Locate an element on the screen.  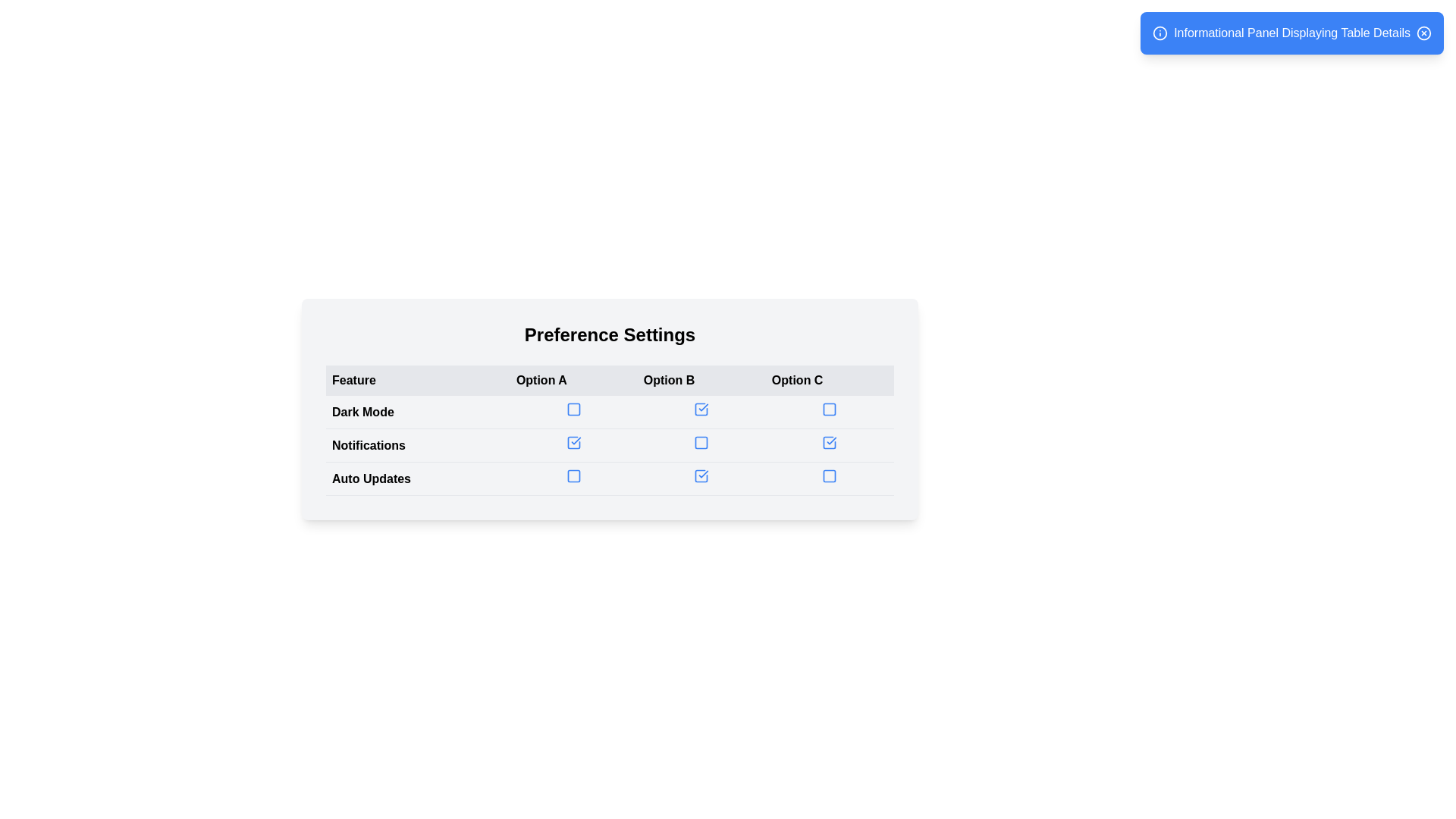
the checkbox with a blue outline for 'Auto Updates' under 'Option A' in the settings table is located at coordinates (573, 475).